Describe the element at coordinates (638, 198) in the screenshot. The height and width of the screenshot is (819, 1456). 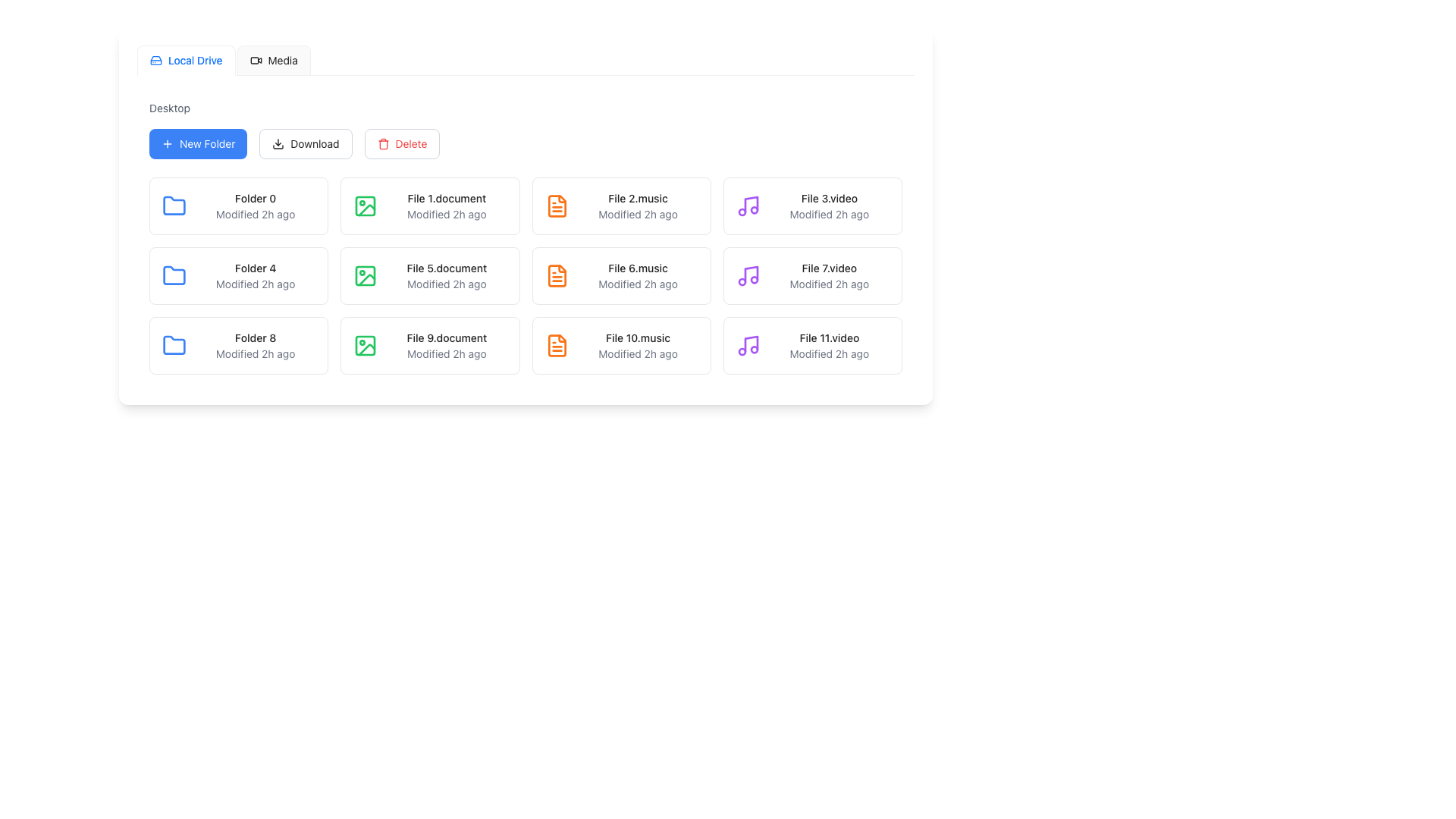
I see `the non-interactive text label displaying 'File 2.music', located in the second column of the first row within a 3x4 grid of file items` at that location.